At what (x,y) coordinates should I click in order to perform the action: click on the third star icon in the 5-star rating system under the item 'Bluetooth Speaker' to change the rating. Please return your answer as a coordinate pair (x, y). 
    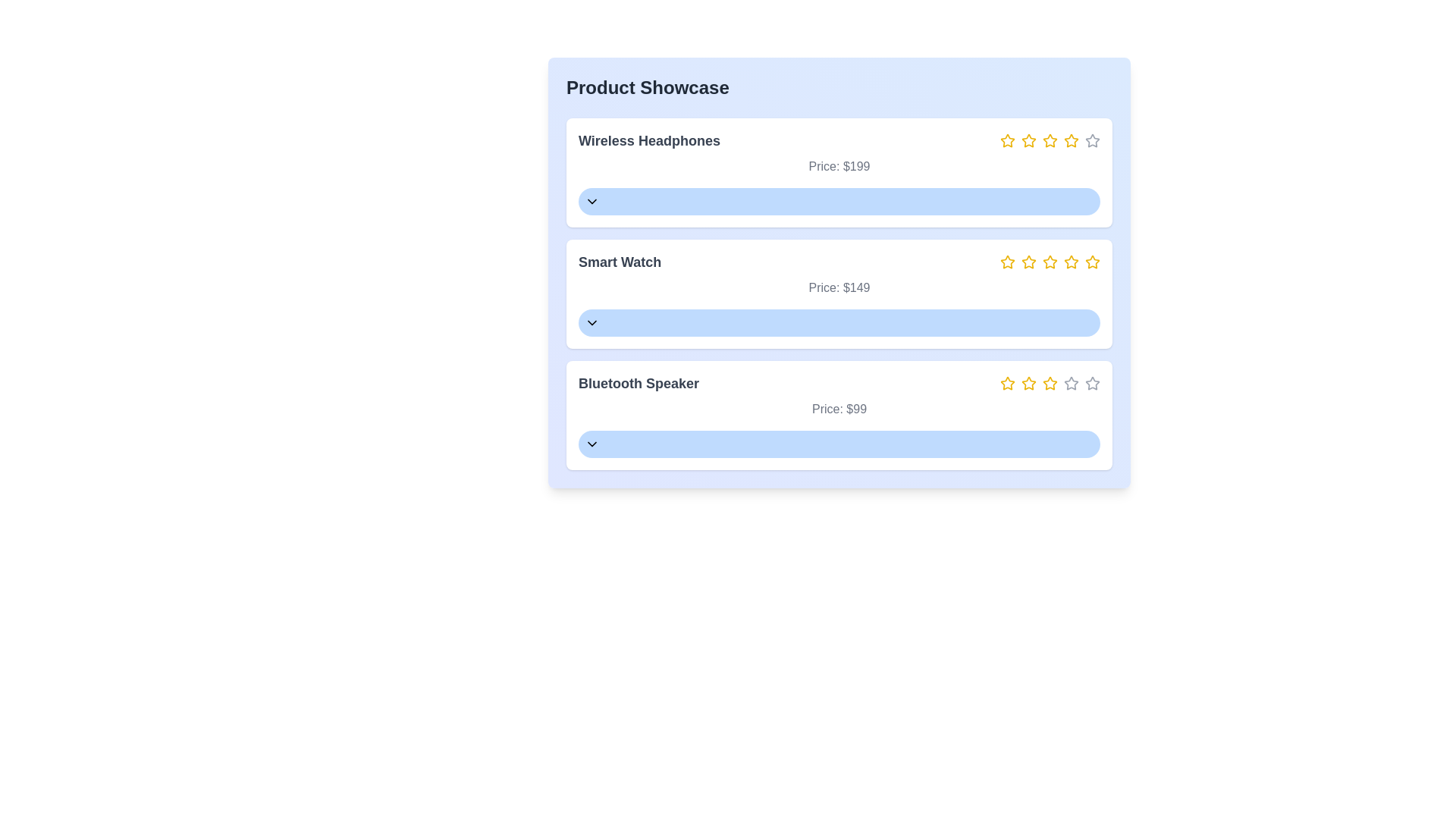
    Looking at the image, I should click on (1048, 382).